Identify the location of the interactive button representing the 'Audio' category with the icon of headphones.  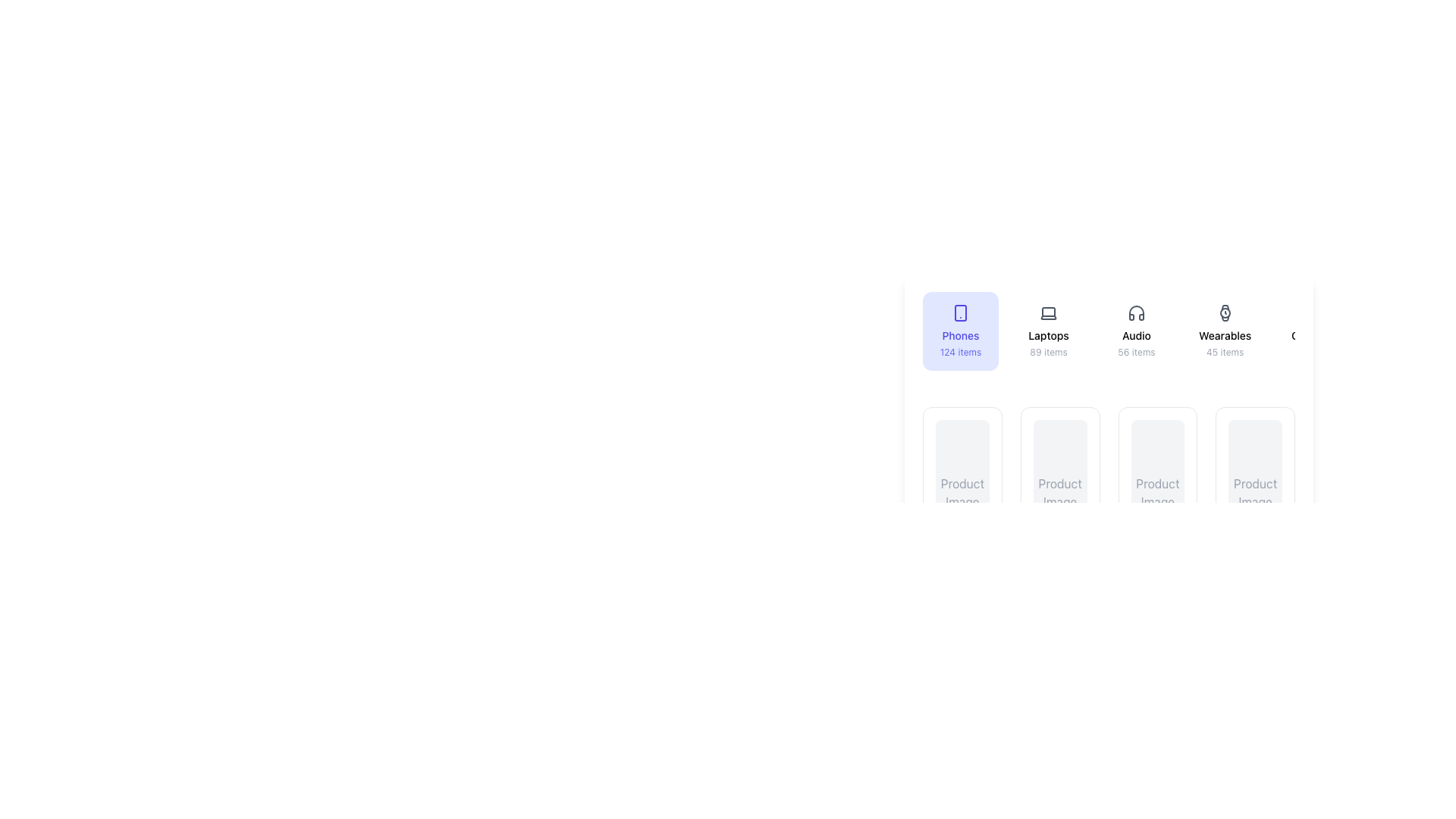
(1136, 330).